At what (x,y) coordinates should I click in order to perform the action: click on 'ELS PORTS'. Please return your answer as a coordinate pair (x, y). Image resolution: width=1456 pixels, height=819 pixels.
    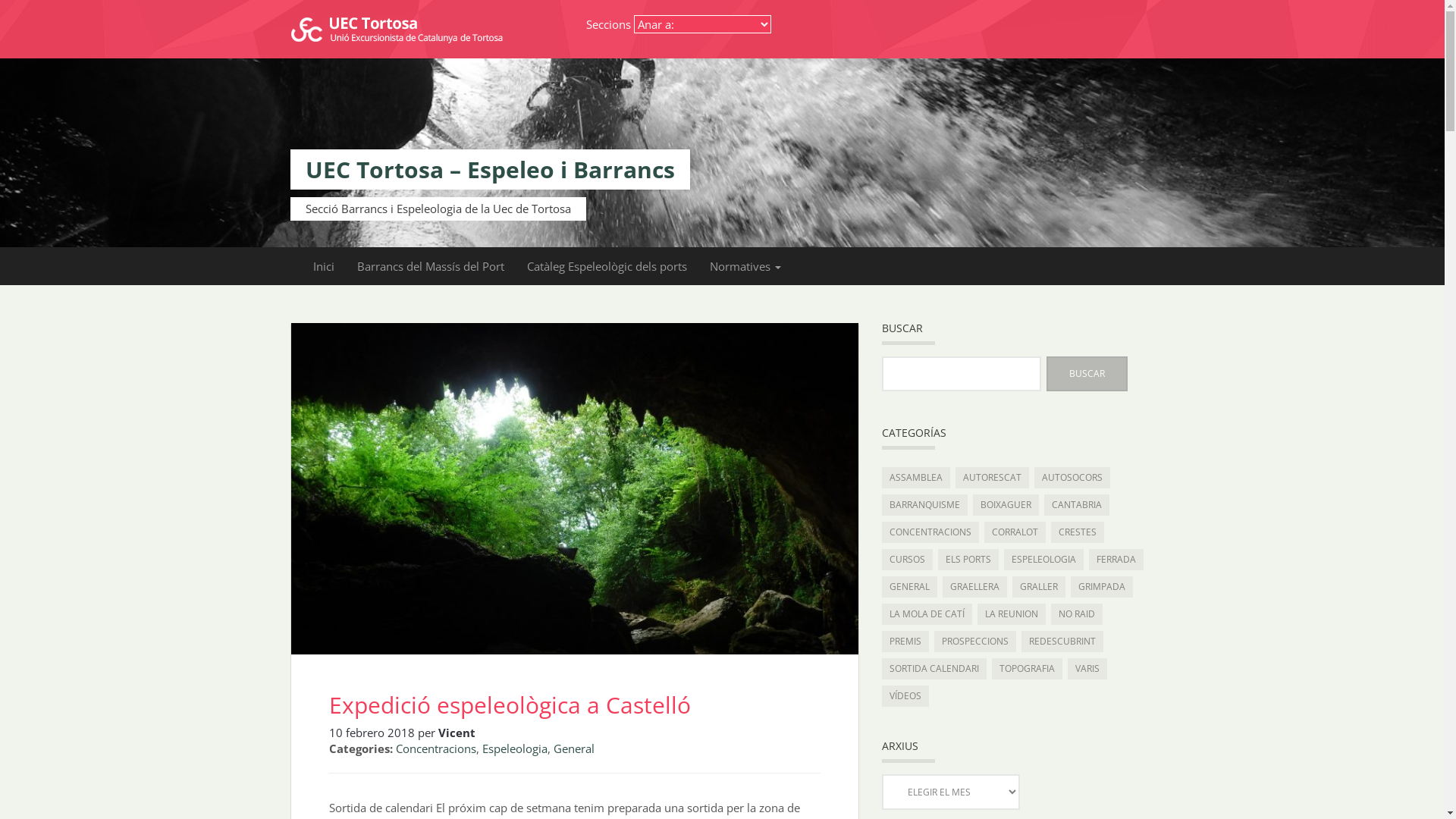
    Looking at the image, I should click on (967, 559).